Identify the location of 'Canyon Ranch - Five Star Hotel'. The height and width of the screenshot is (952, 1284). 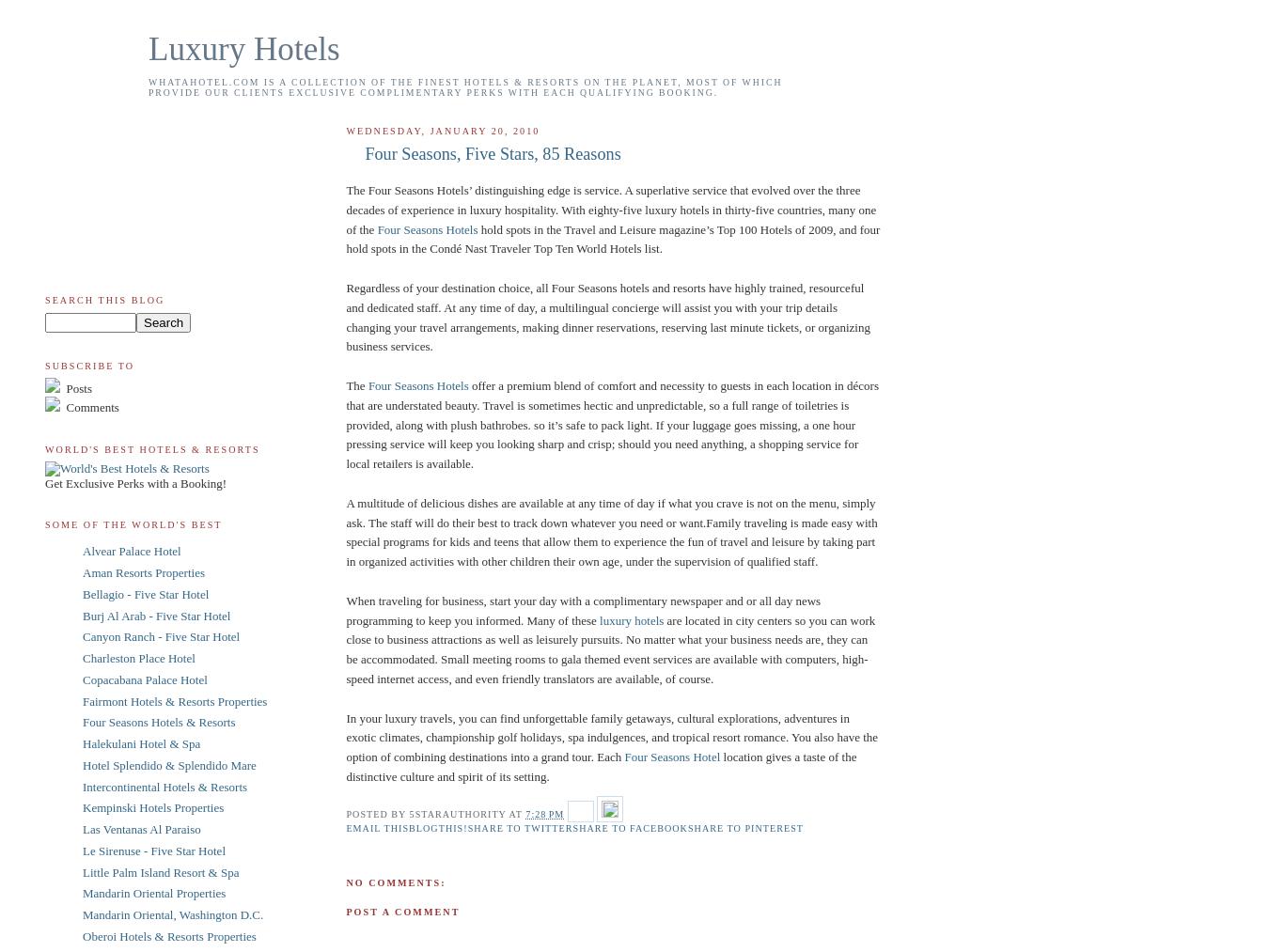
(160, 635).